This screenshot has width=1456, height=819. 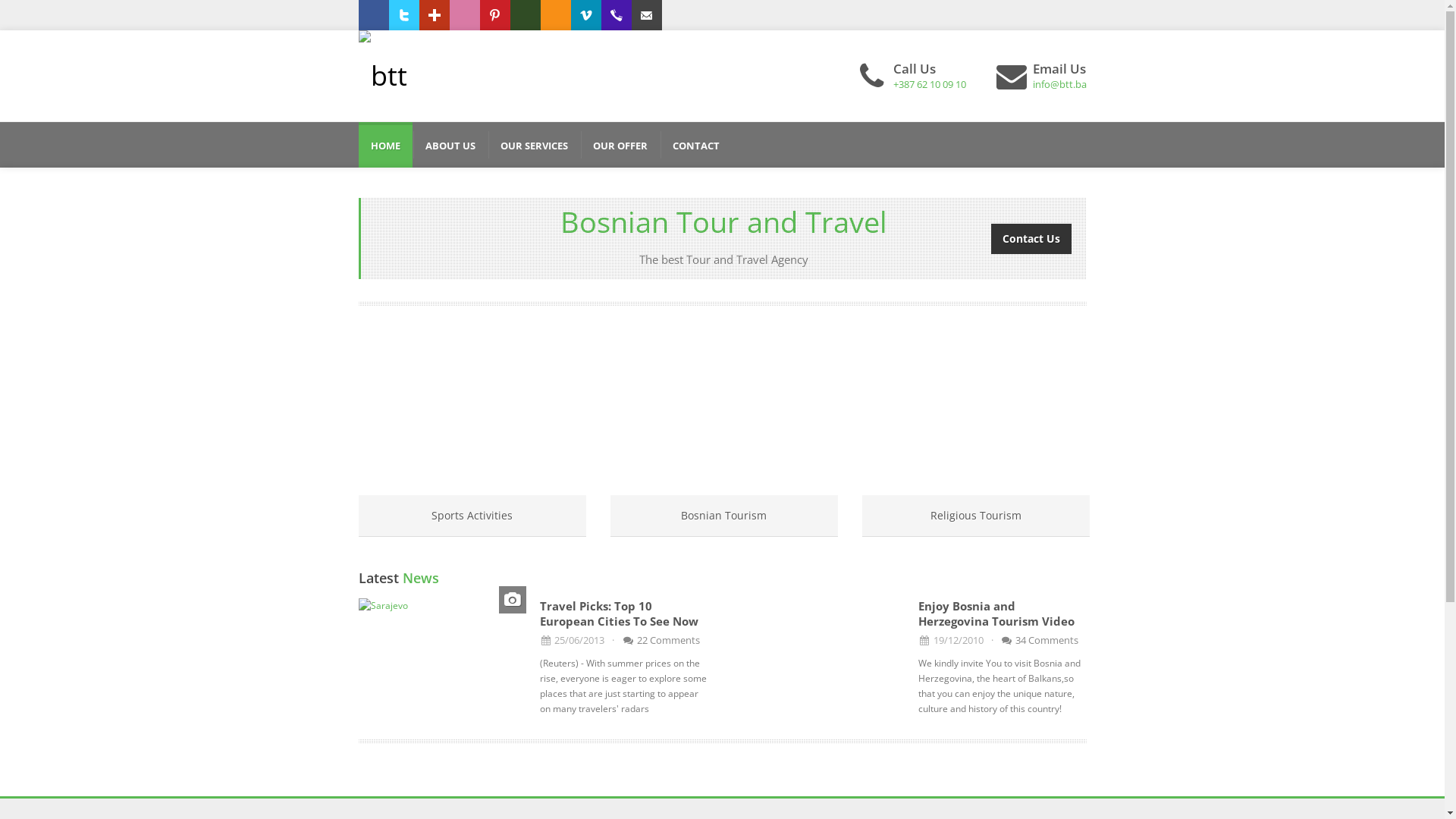 I want to click on 'Bosnian Tourism', so click(x=723, y=514).